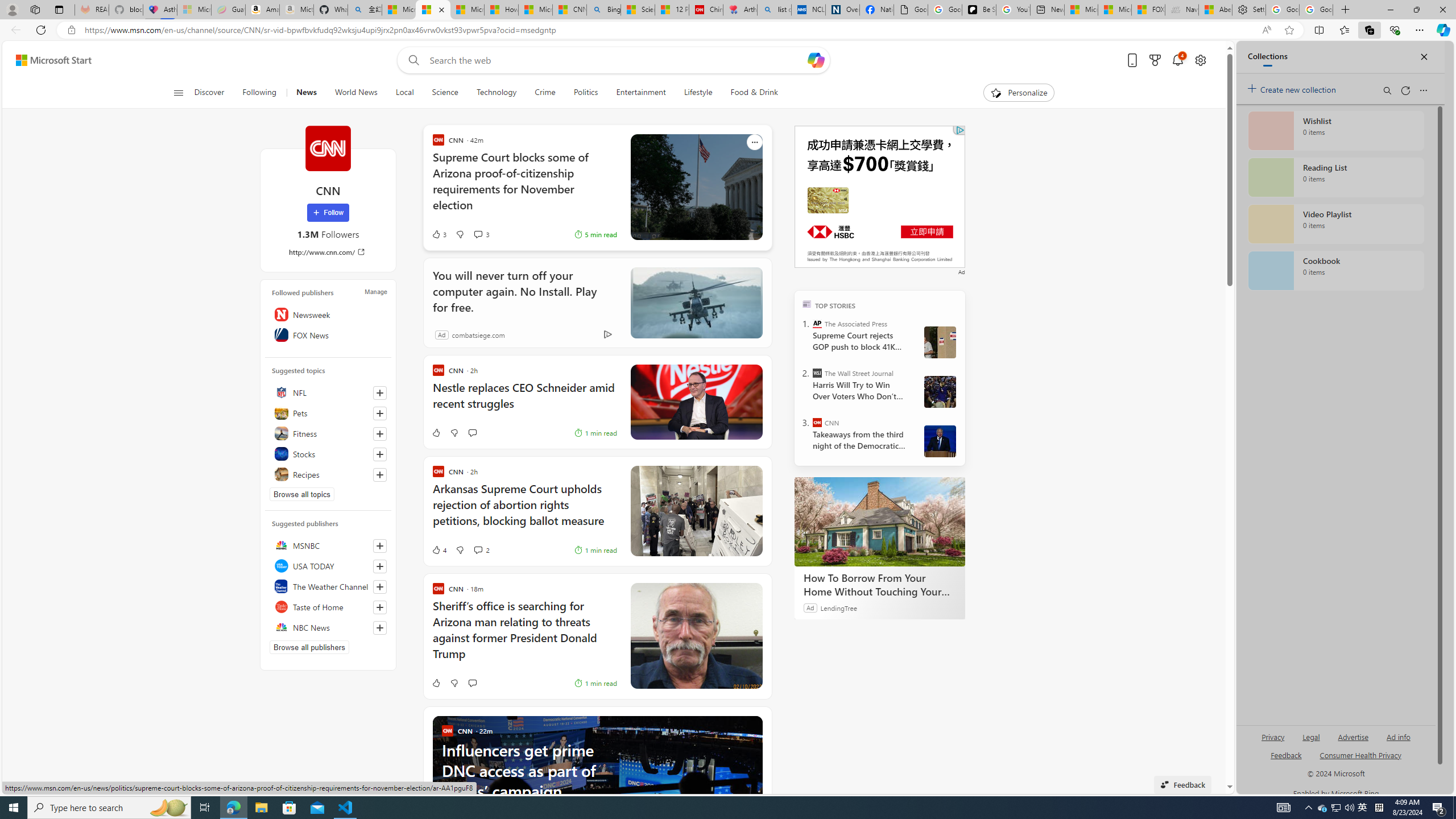 The width and height of the screenshot is (1456, 819). Describe the element at coordinates (586, 92) in the screenshot. I see `'Politics'` at that location.